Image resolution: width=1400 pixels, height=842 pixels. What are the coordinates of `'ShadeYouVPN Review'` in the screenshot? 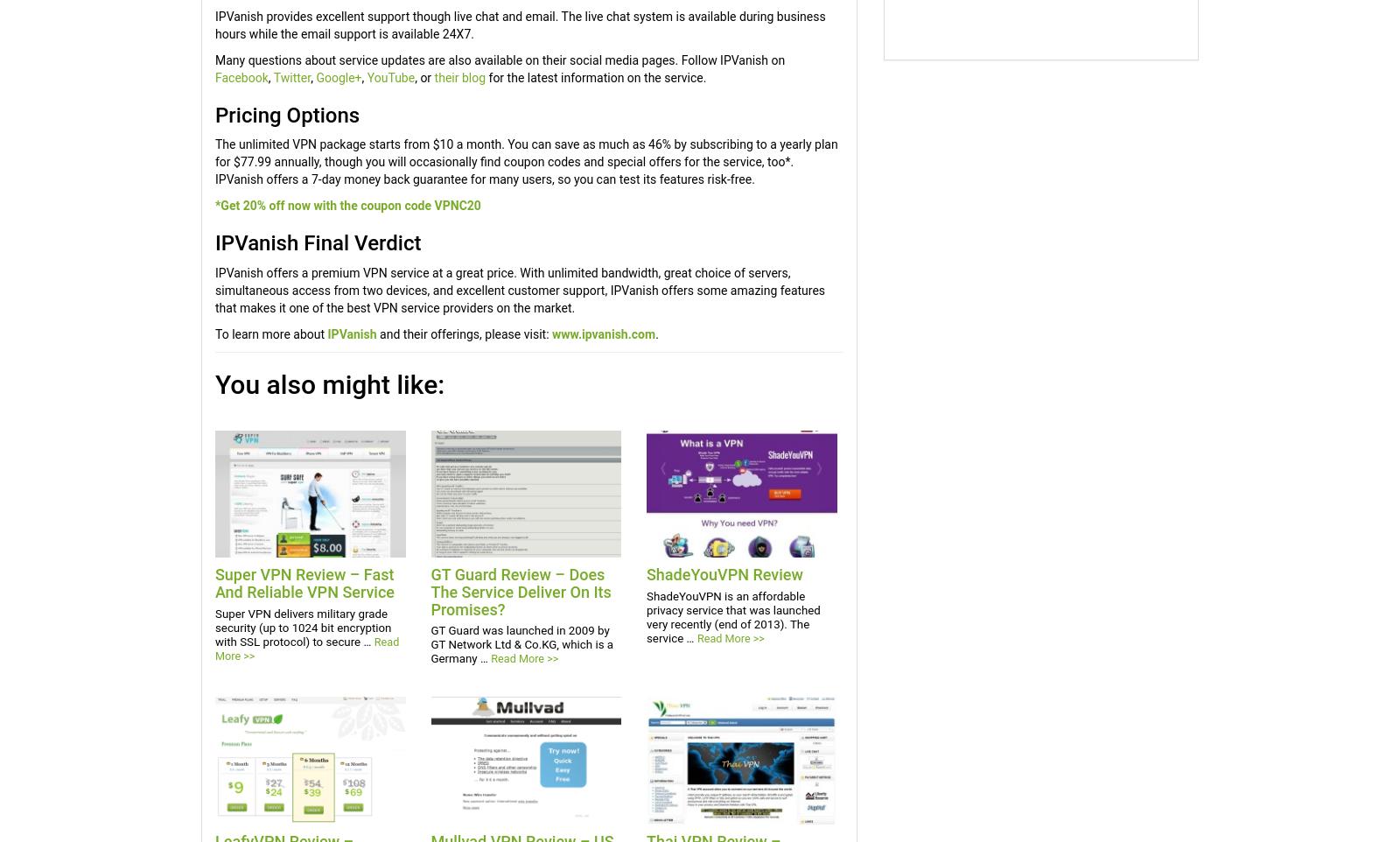 It's located at (723, 573).